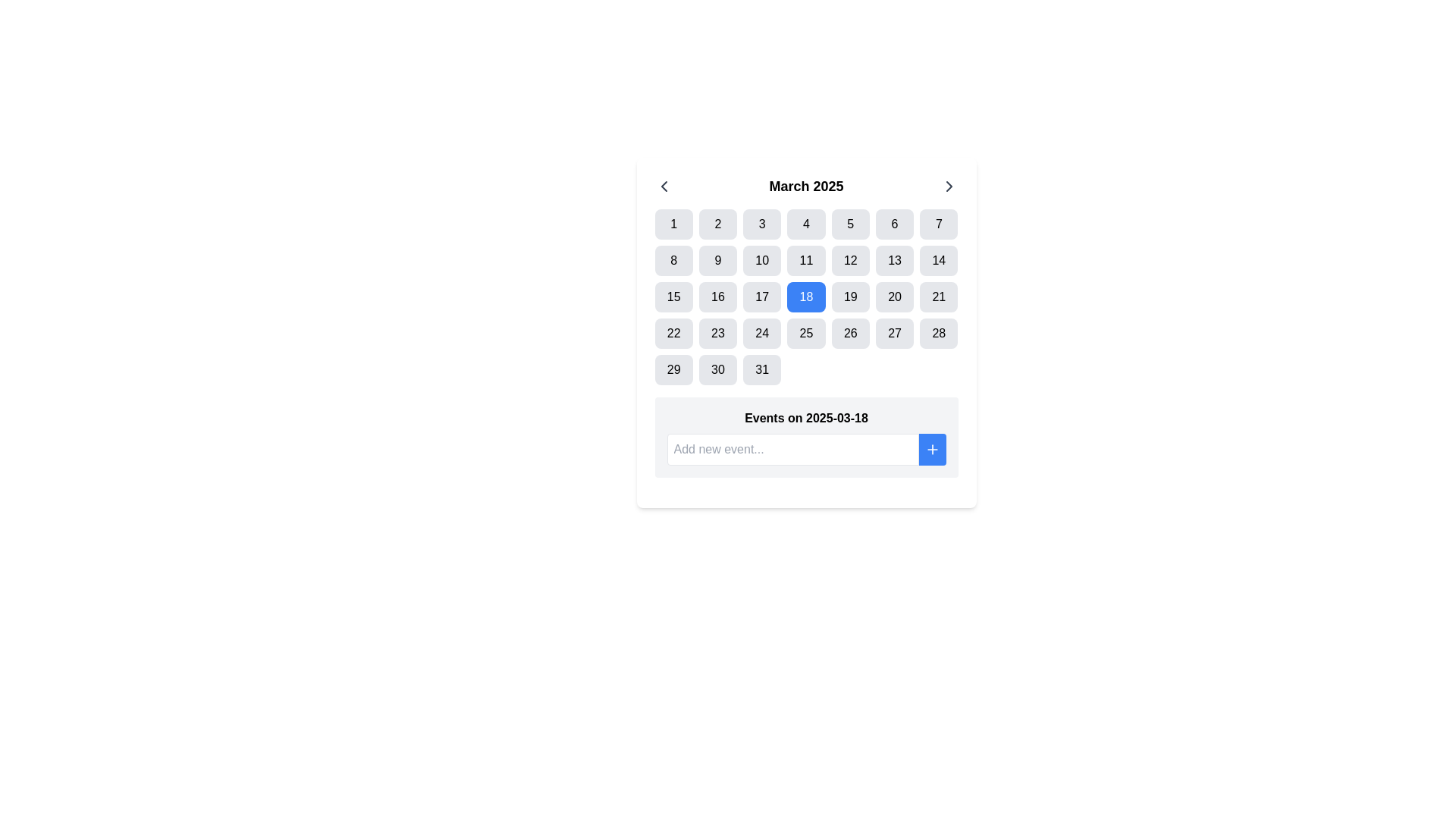 The image size is (1456, 819). Describe the element at coordinates (895, 297) in the screenshot. I see `the button representing the 20th day of the calendar` at that location.